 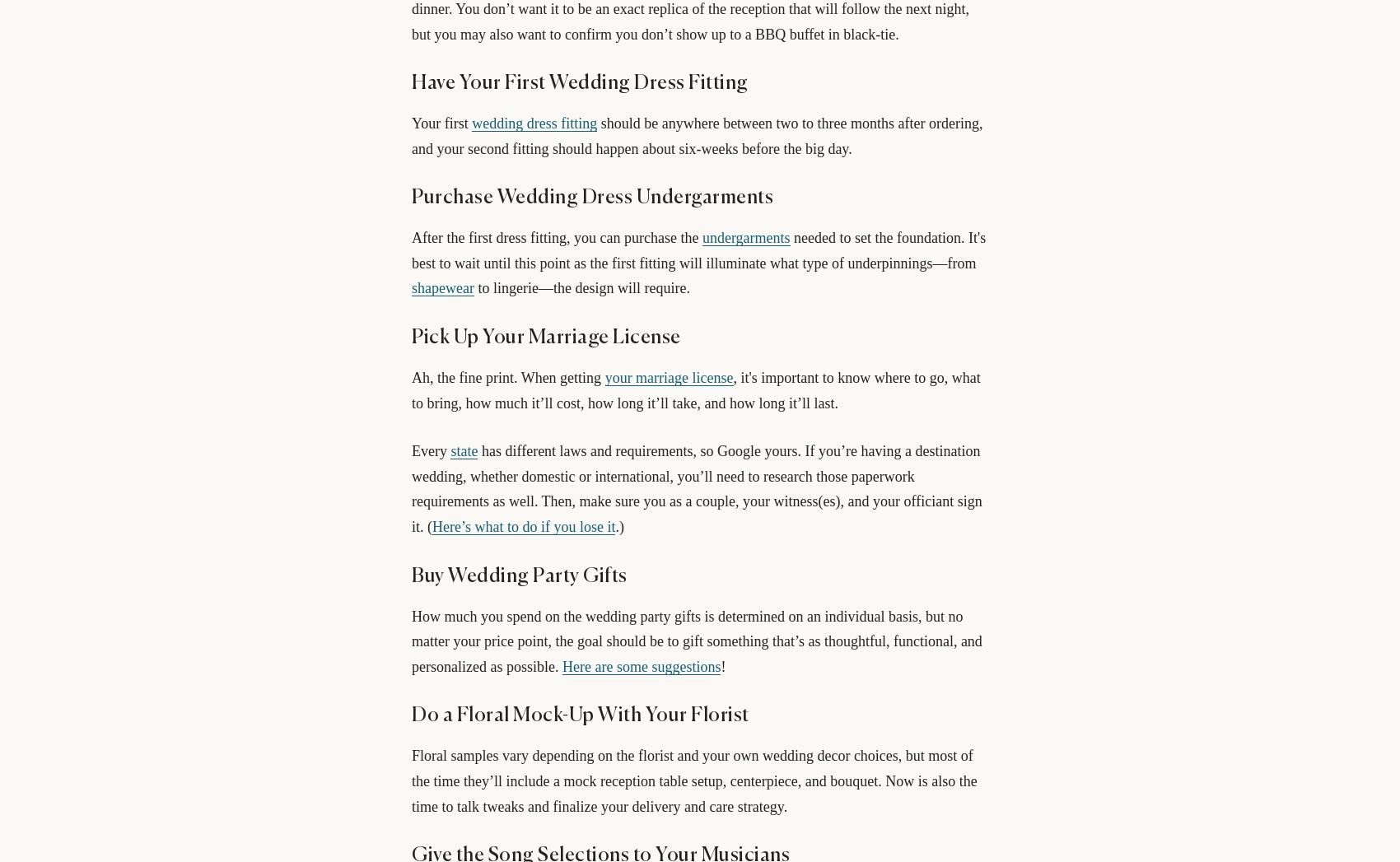 What do you see at coordinates (534, 123) in the screenshot?
I see `'wedding dress fitting'` at bounding box center [534, 123].